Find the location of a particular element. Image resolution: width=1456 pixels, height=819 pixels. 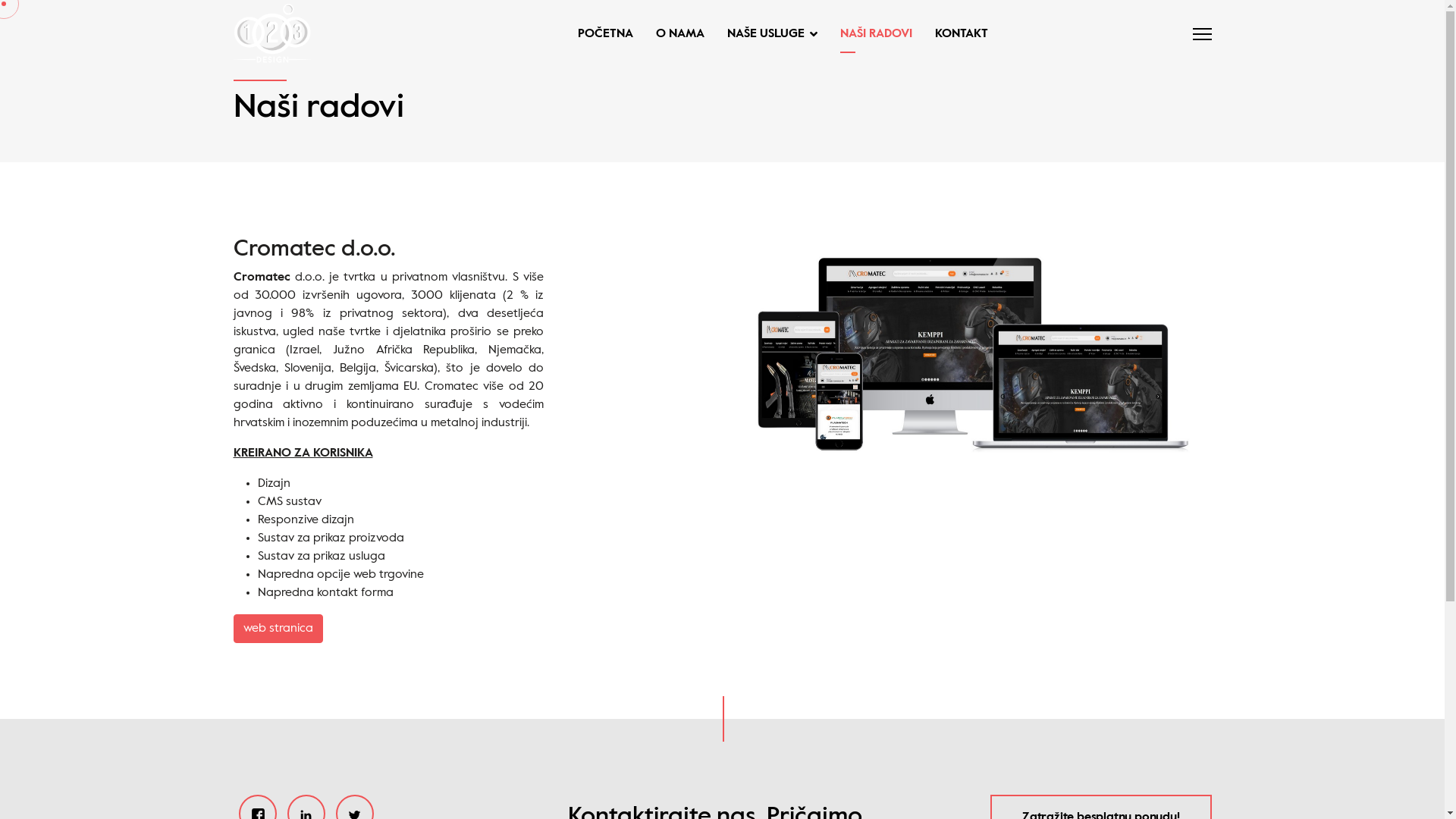

'O NAMA' is located at coordinates (679, 34).